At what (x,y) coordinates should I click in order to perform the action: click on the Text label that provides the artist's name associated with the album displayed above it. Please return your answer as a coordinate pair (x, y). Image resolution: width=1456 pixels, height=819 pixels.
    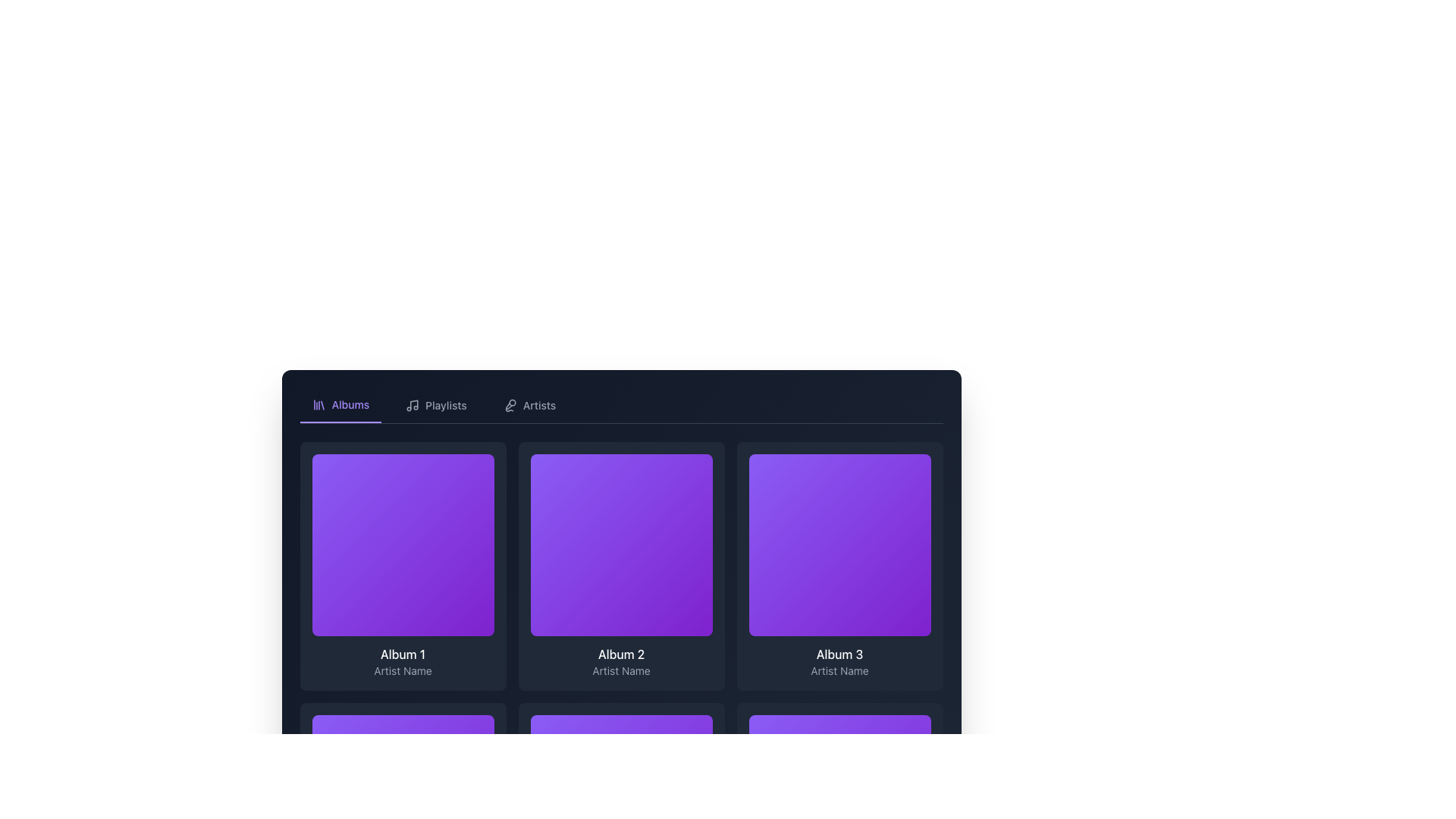
    Looking at the image, I should click on (403, 670).